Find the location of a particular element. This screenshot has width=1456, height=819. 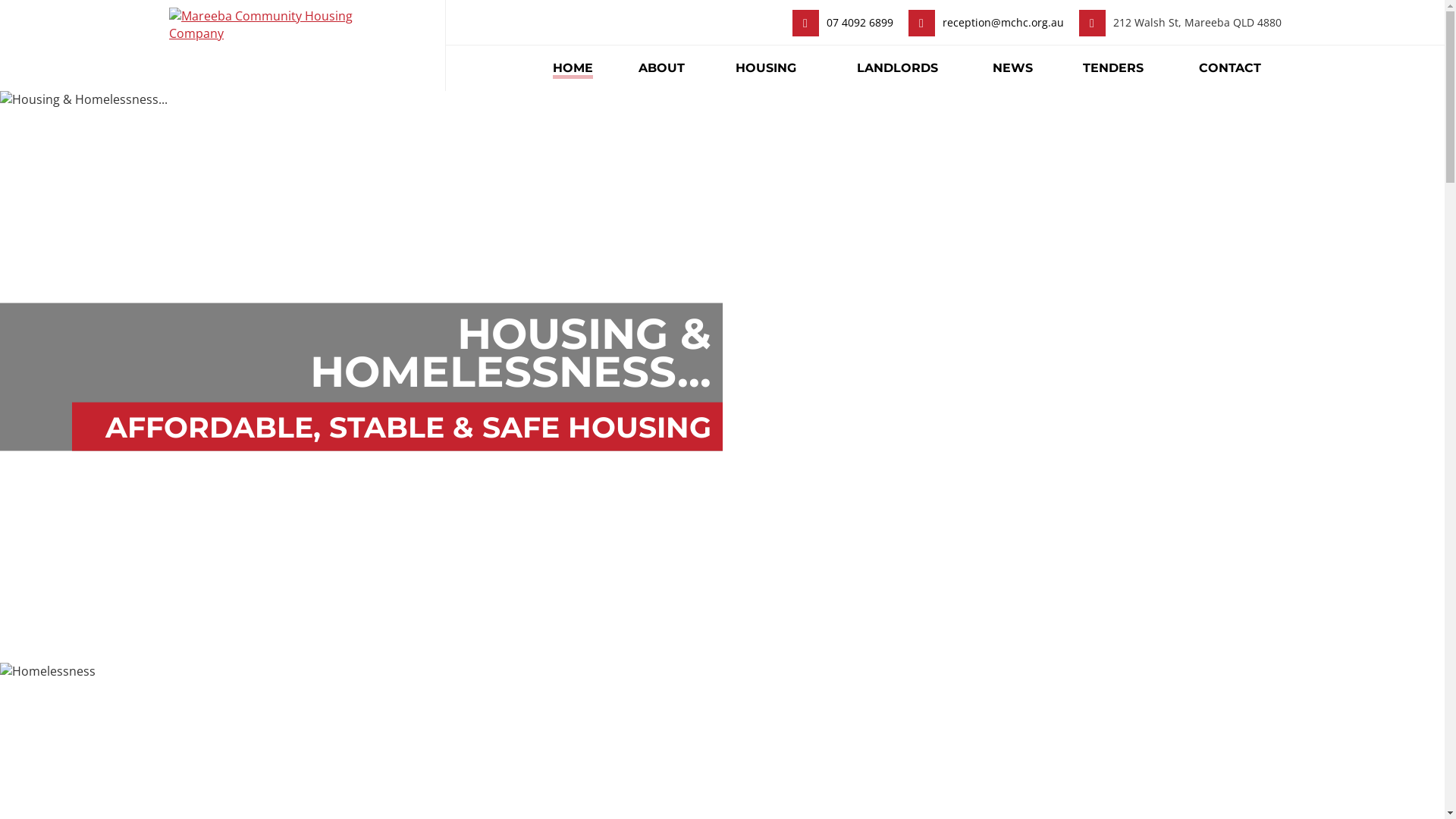

'CONTACT' is located at coordinates (1230, 67).